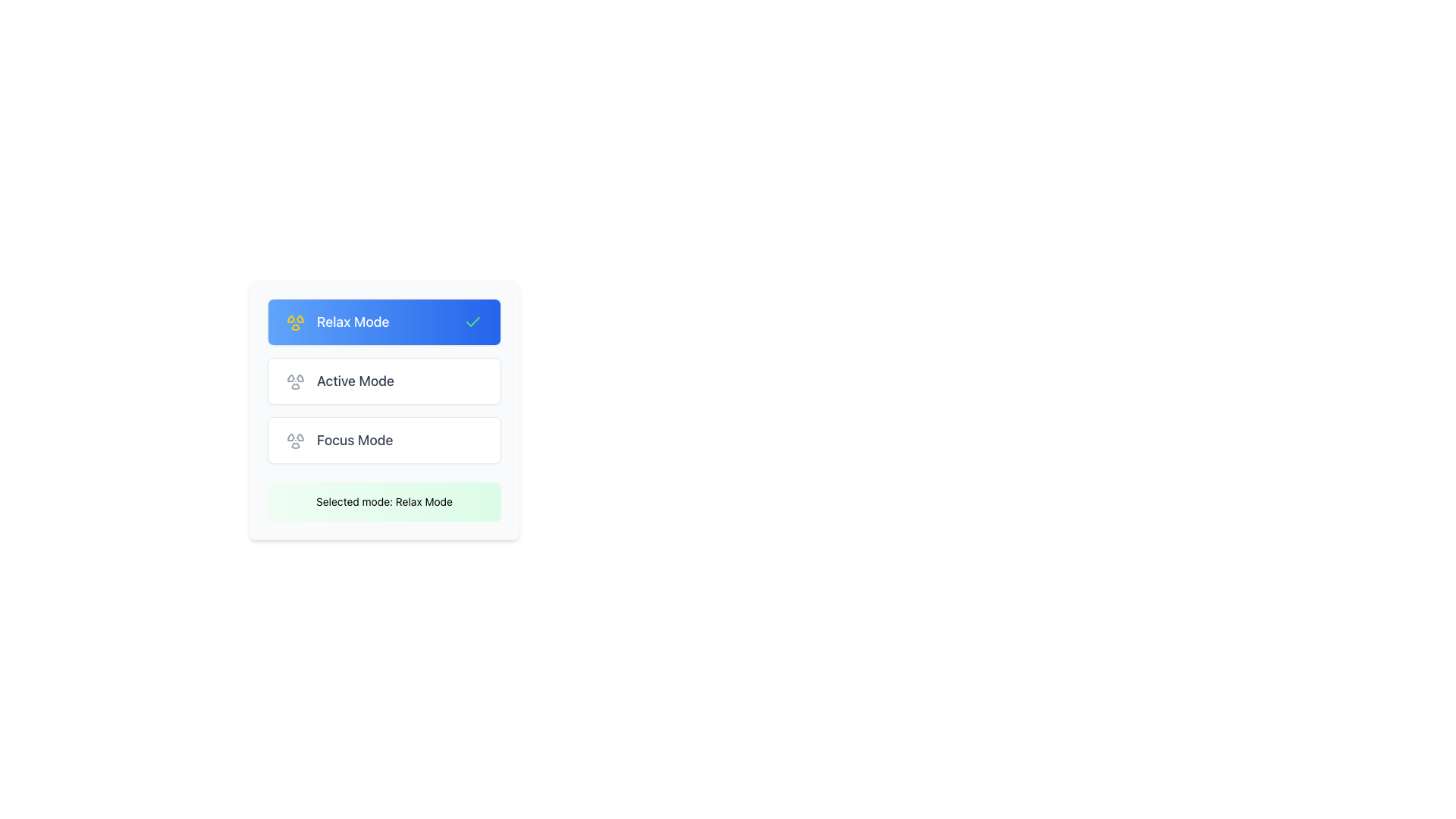 This screenshot has width=1456, height=819. Describe the element at coordinates (384, 321) in the screenshot. I see `the 'Relax Mode' button, which is the first button in a vertical list of three buttons` at that location.